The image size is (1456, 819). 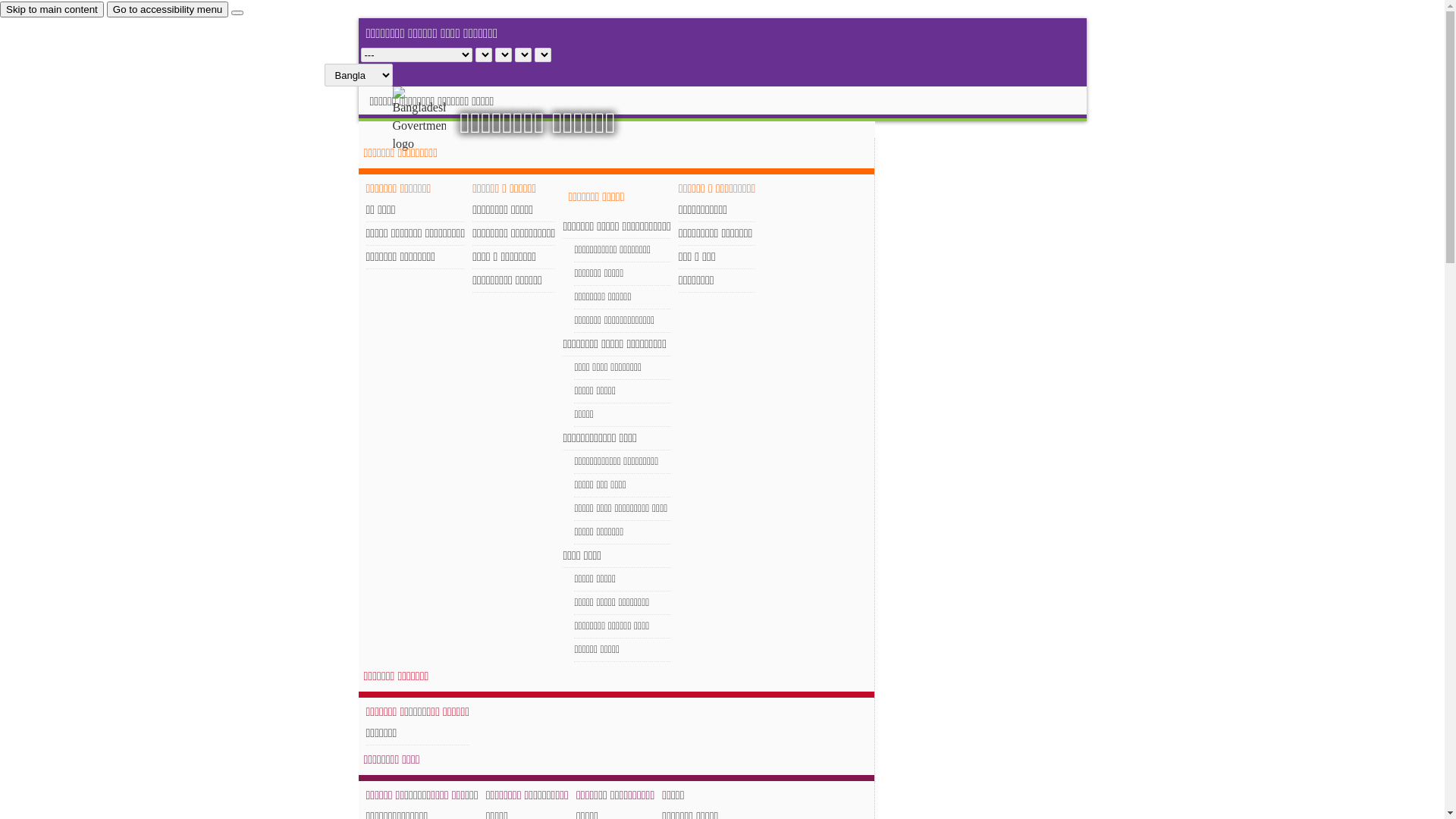 What do you see at coordinates (167, 9) in the screenshot?
I see `'Go to accessibility menu'` at bounding box center [167, 9].